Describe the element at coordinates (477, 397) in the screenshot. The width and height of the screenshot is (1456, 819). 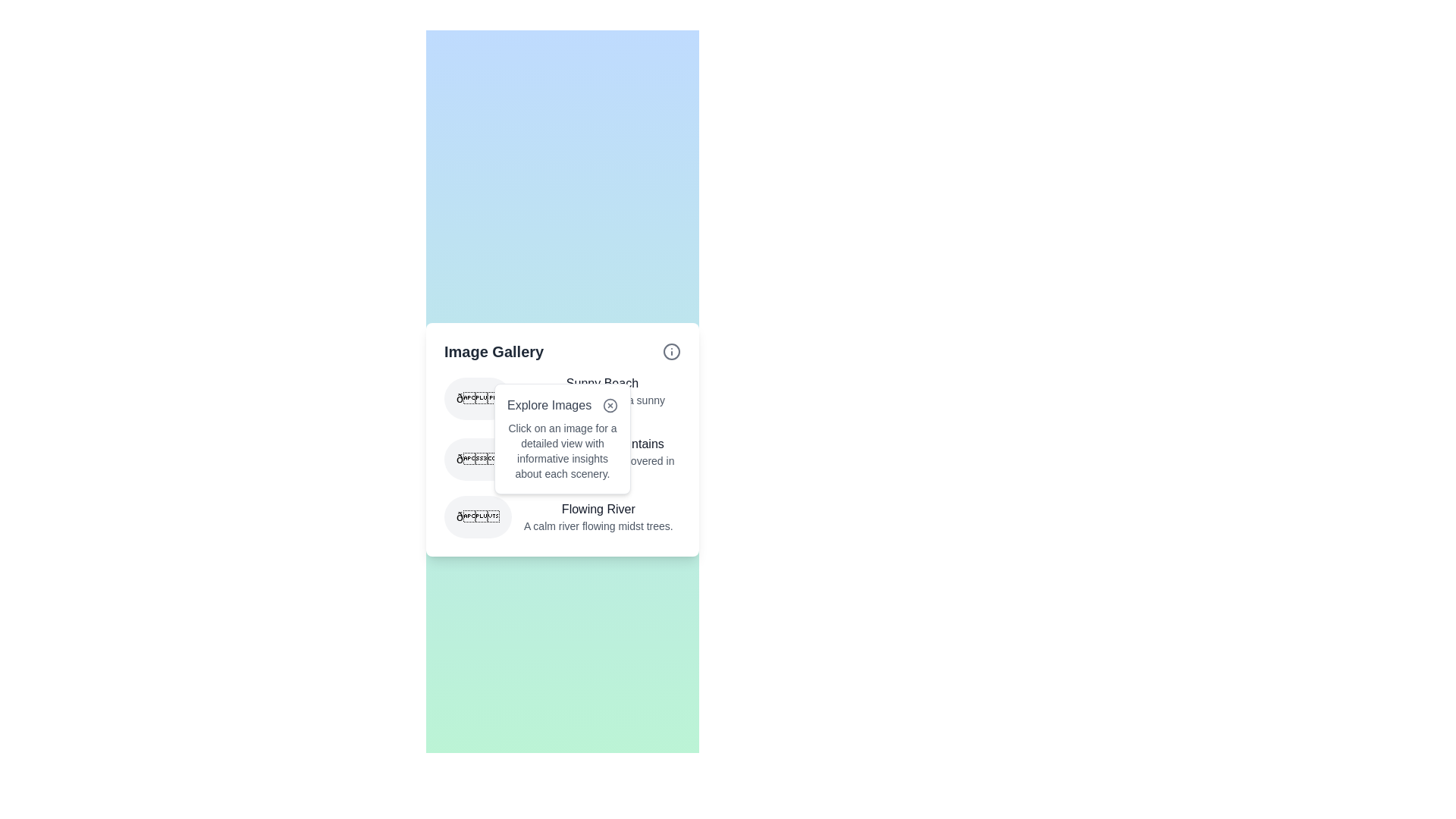
I see `the rounded icon with a light gray background containing a globe emoji, located to the left of the 'Sunny Beach' text in the gallery list item` at that location.